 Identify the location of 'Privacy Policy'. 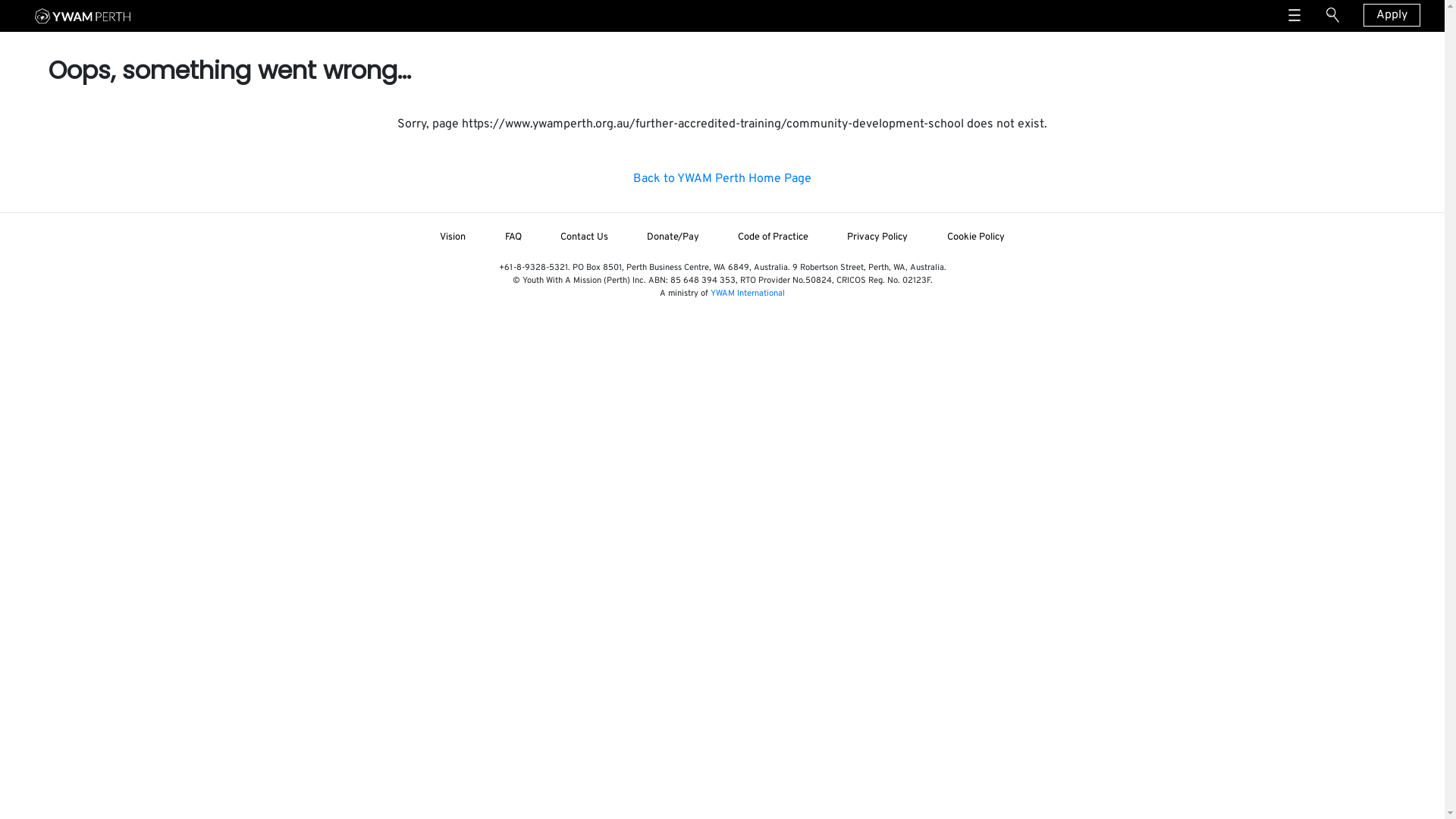
(877, 237).